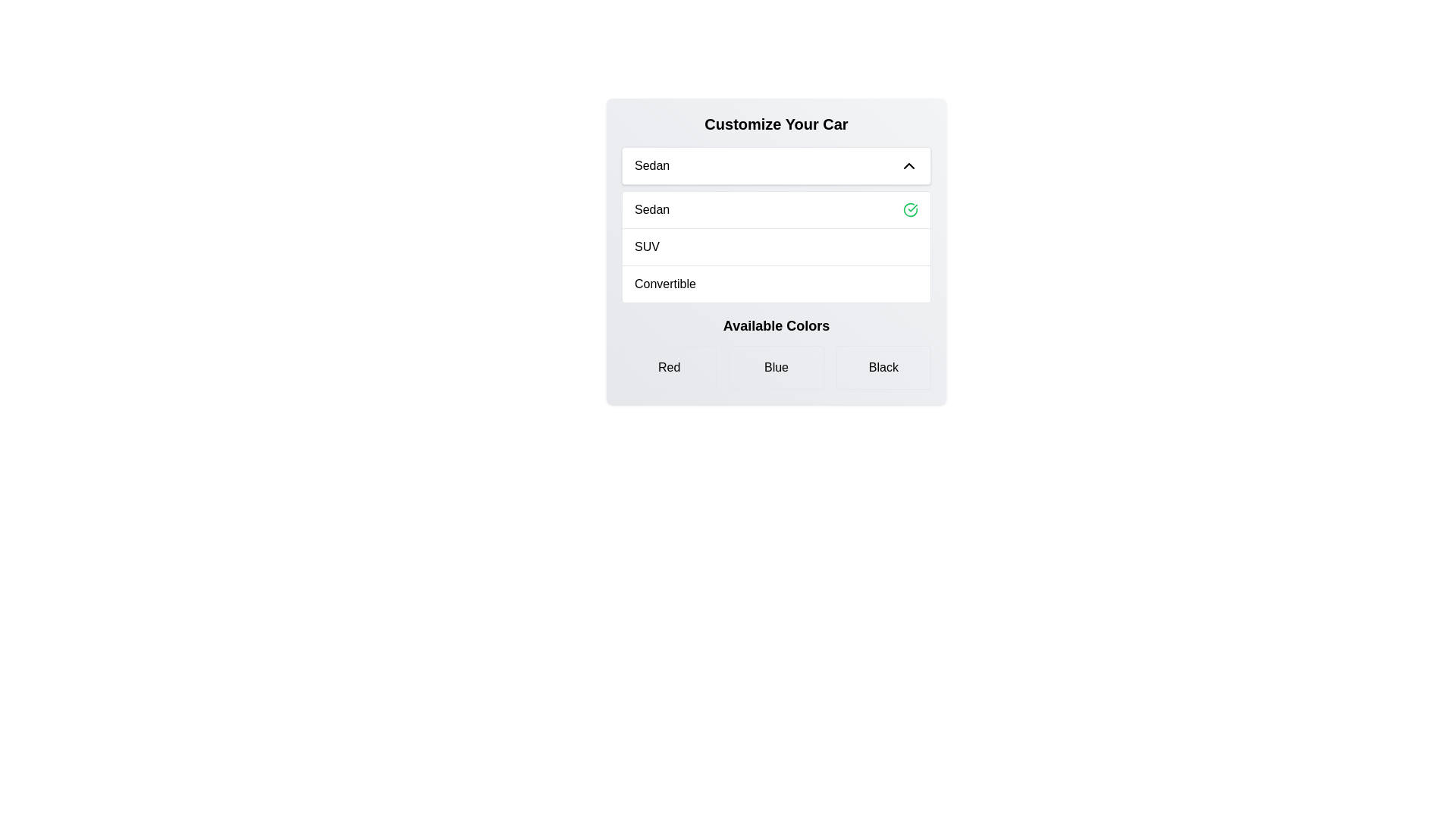 This screenshot has width=1456, height=819. Describe the element at coordinates (883, 368) in the screenshot. I see `the 'Black' color selection button located at the far-right position among three sibling buttons ('Red', 'Blue', and 'Black') below the 'Available Colors' header` at that location.